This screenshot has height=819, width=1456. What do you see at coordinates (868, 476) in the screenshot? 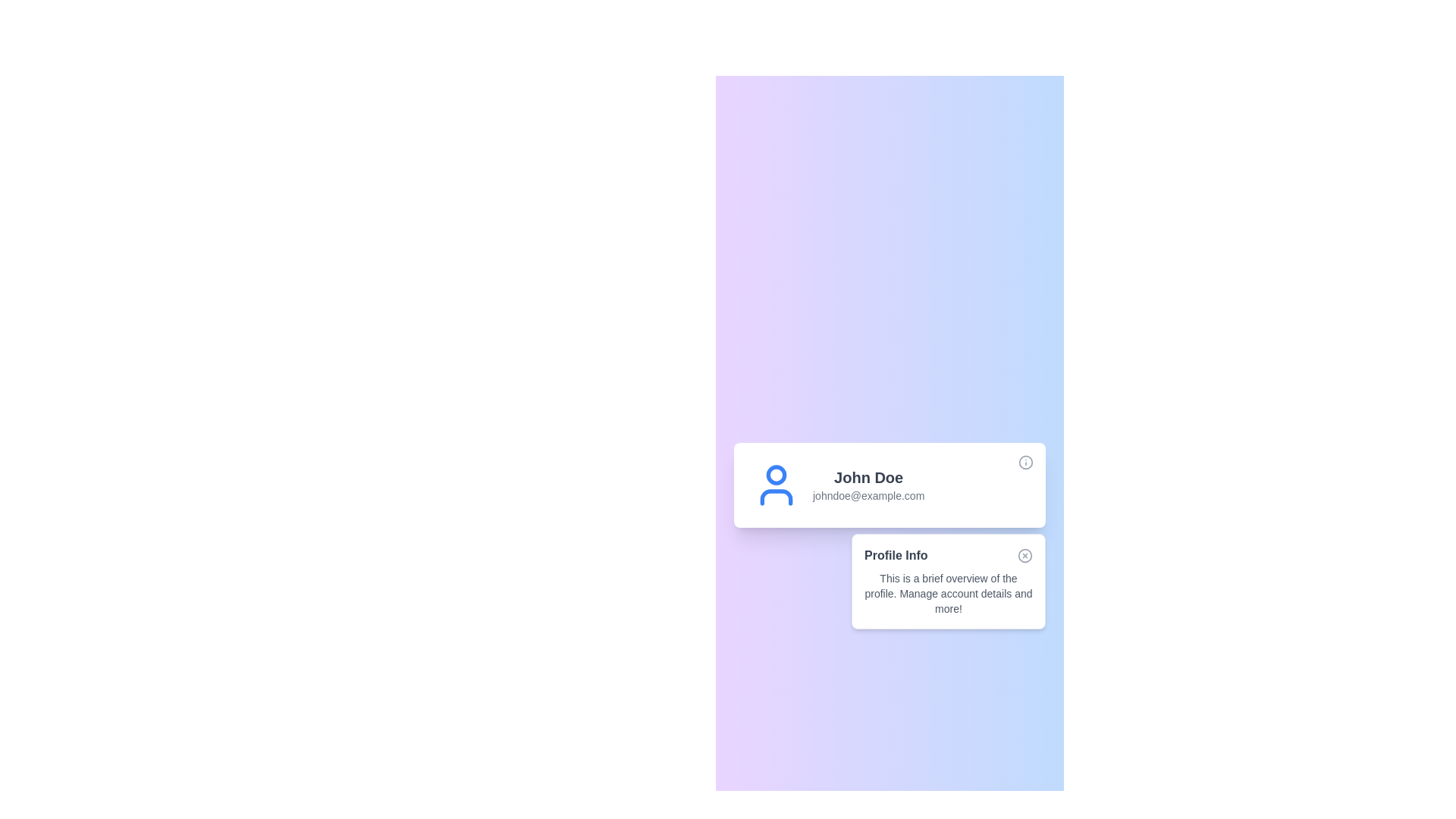
I see `the static text element displaying the name 'John Doe' in bold dark gray font, which is positioned above its sibling email element` at bounding box center [868, 476].